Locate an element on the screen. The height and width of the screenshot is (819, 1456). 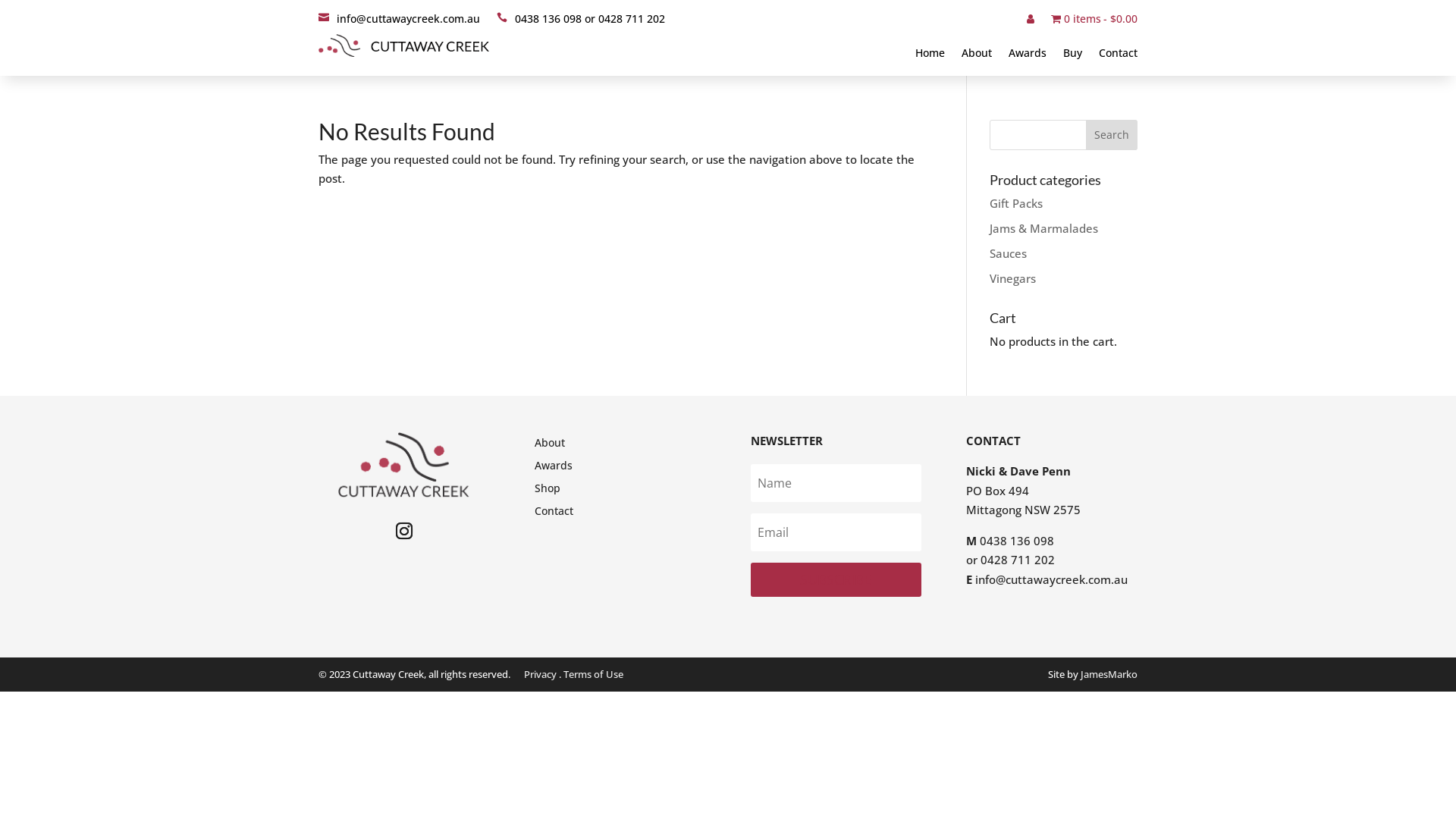
'Contact' is located at coordinates (553, 513).